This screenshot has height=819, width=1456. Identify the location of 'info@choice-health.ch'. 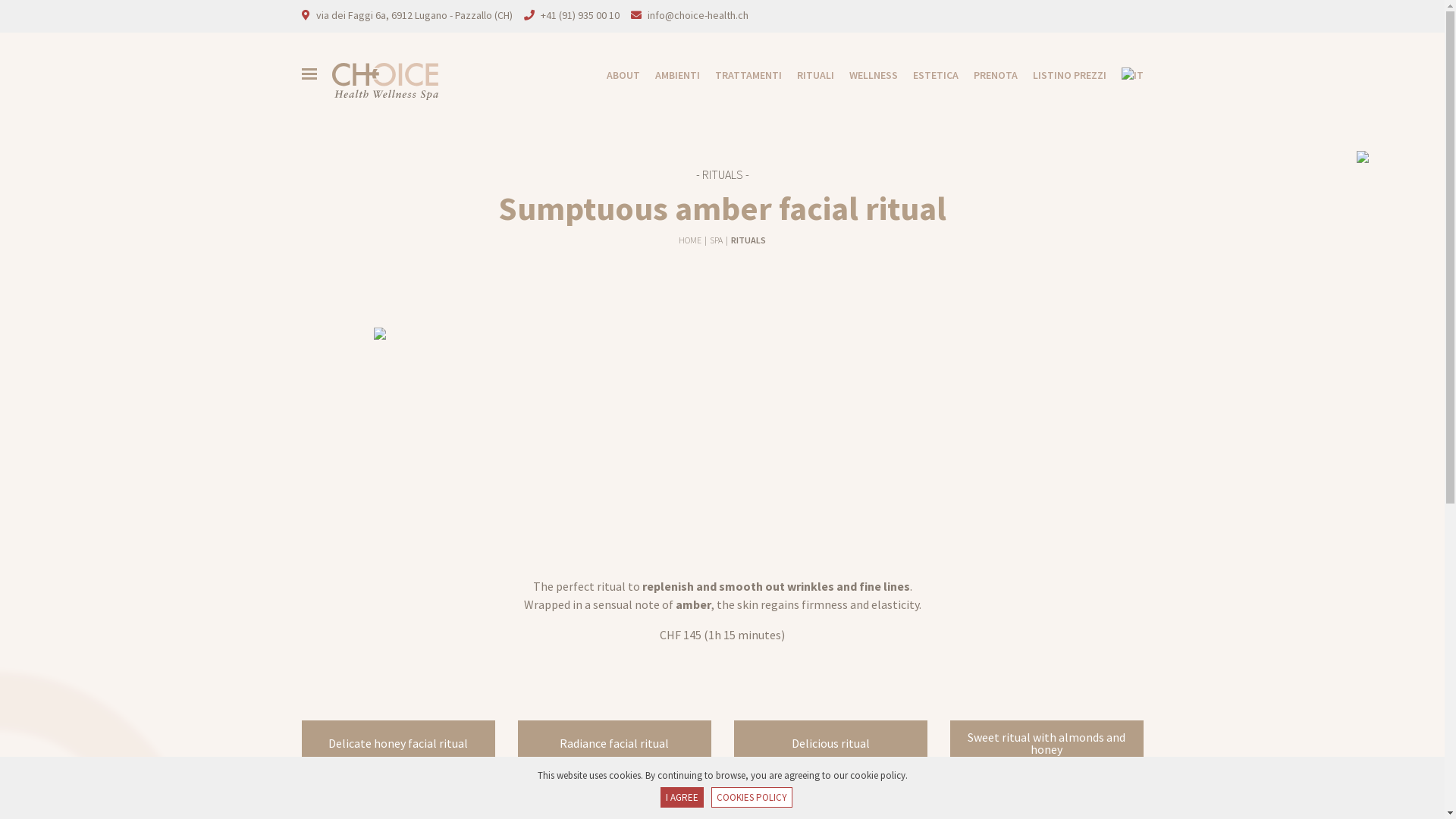
(697, 14).